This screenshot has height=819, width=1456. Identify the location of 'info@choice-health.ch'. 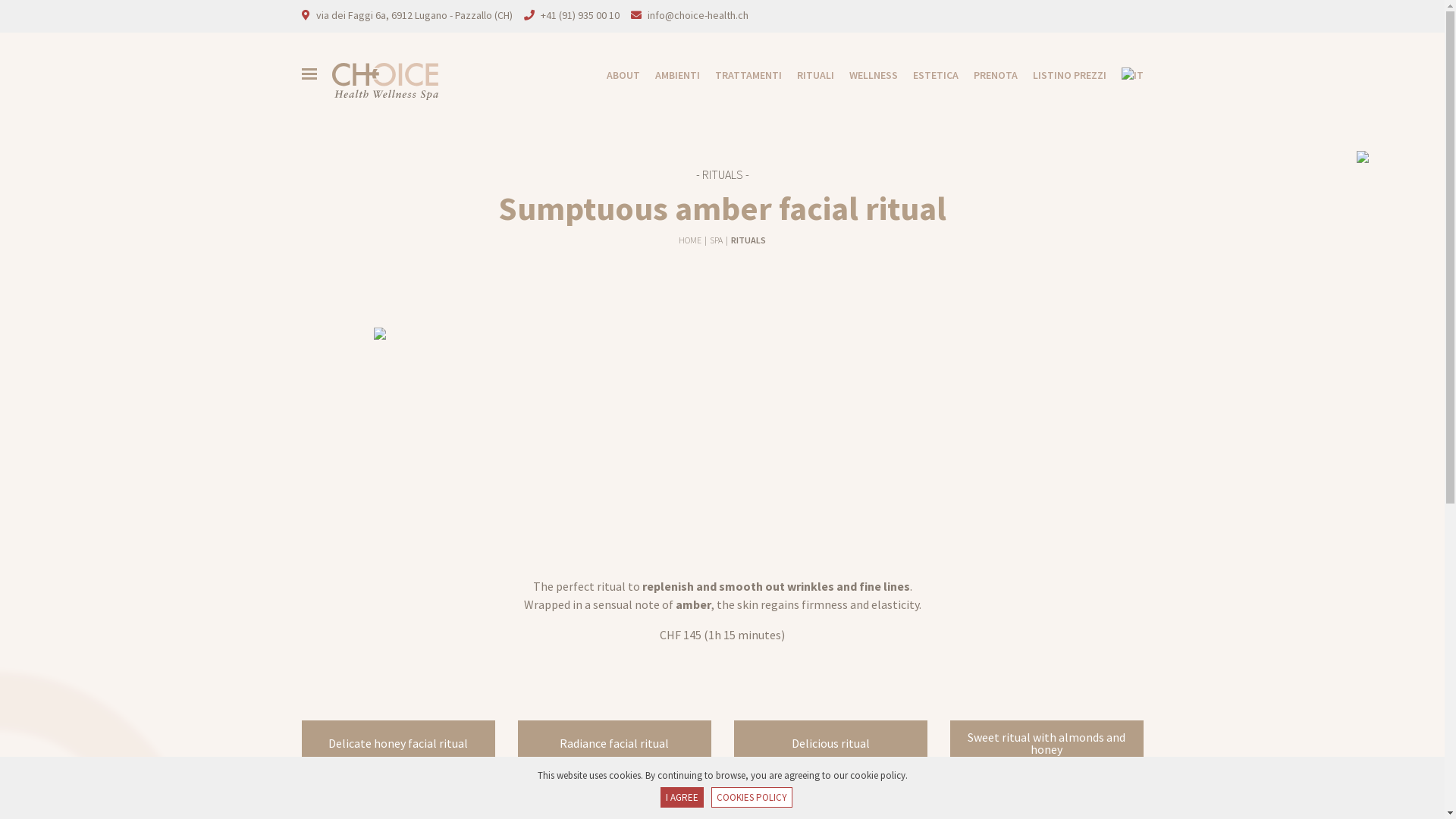
(697, 14).